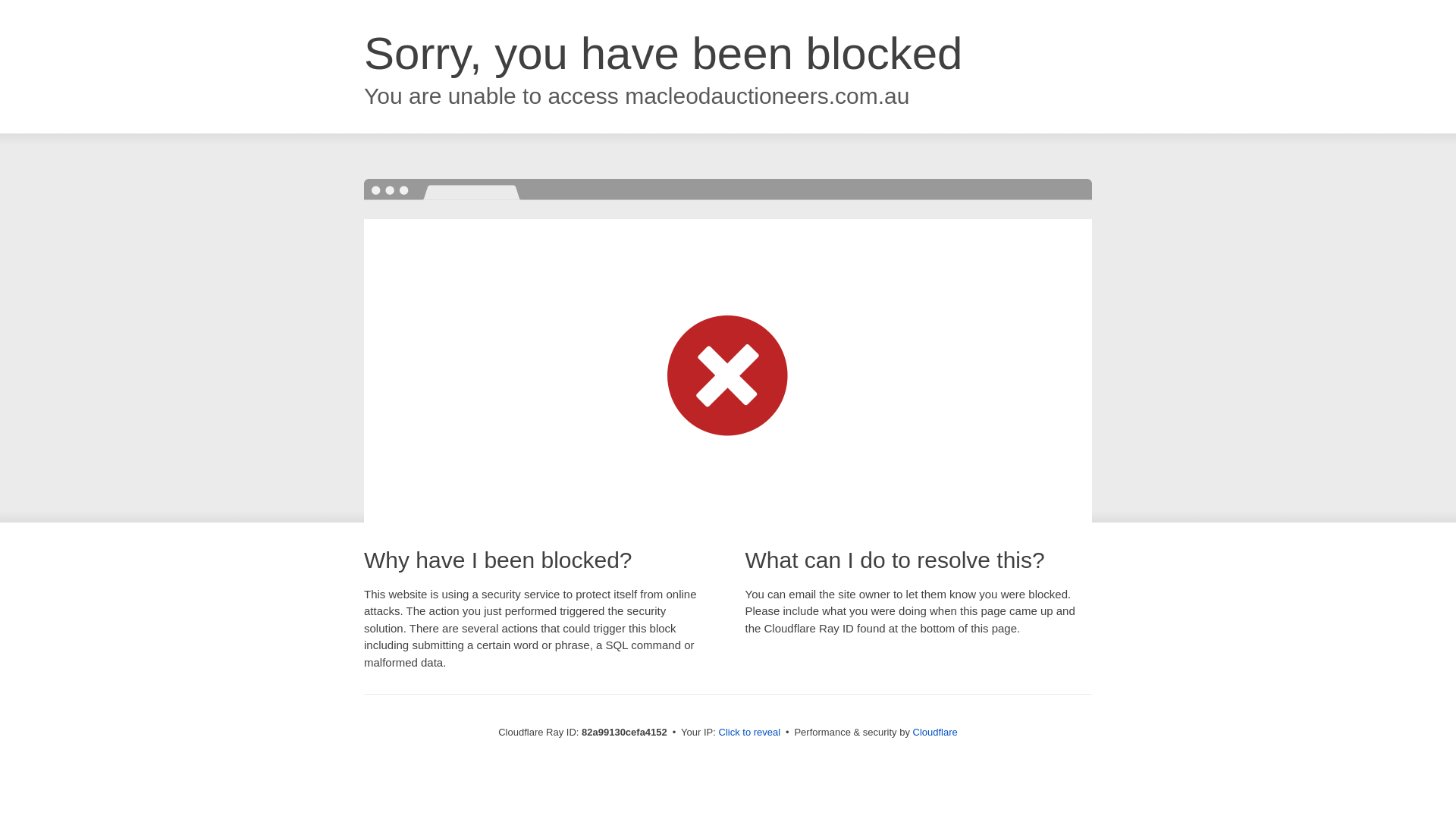 This screenshot has width=1456, height=819. Describe the element at coordinates (934, 731) in the screenshot. I see `'Cloudflare'` at that location.